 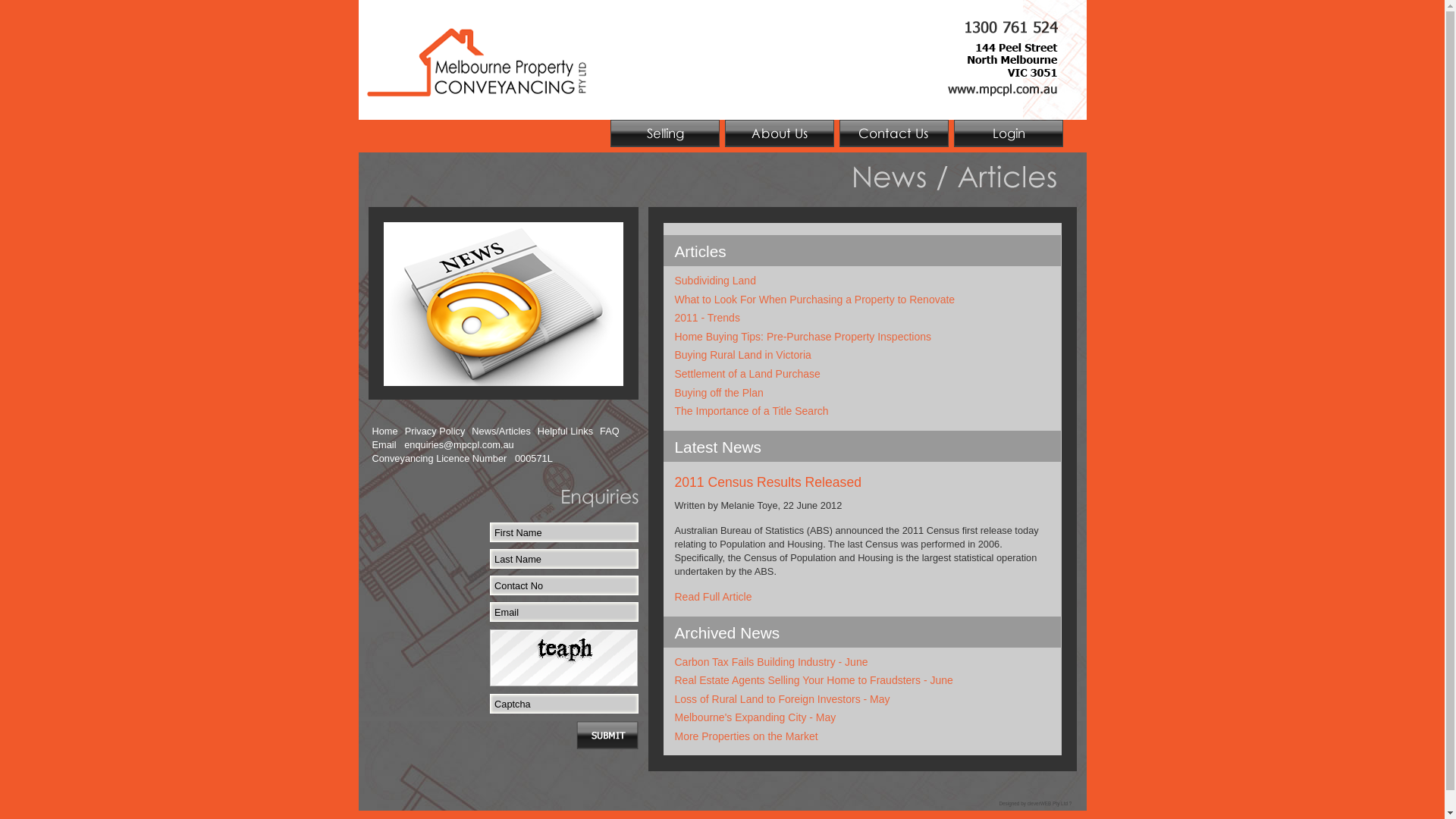 I want to click on 'What to Look For When Purchasing a Property to Renovate', so click(x=814, y=299).